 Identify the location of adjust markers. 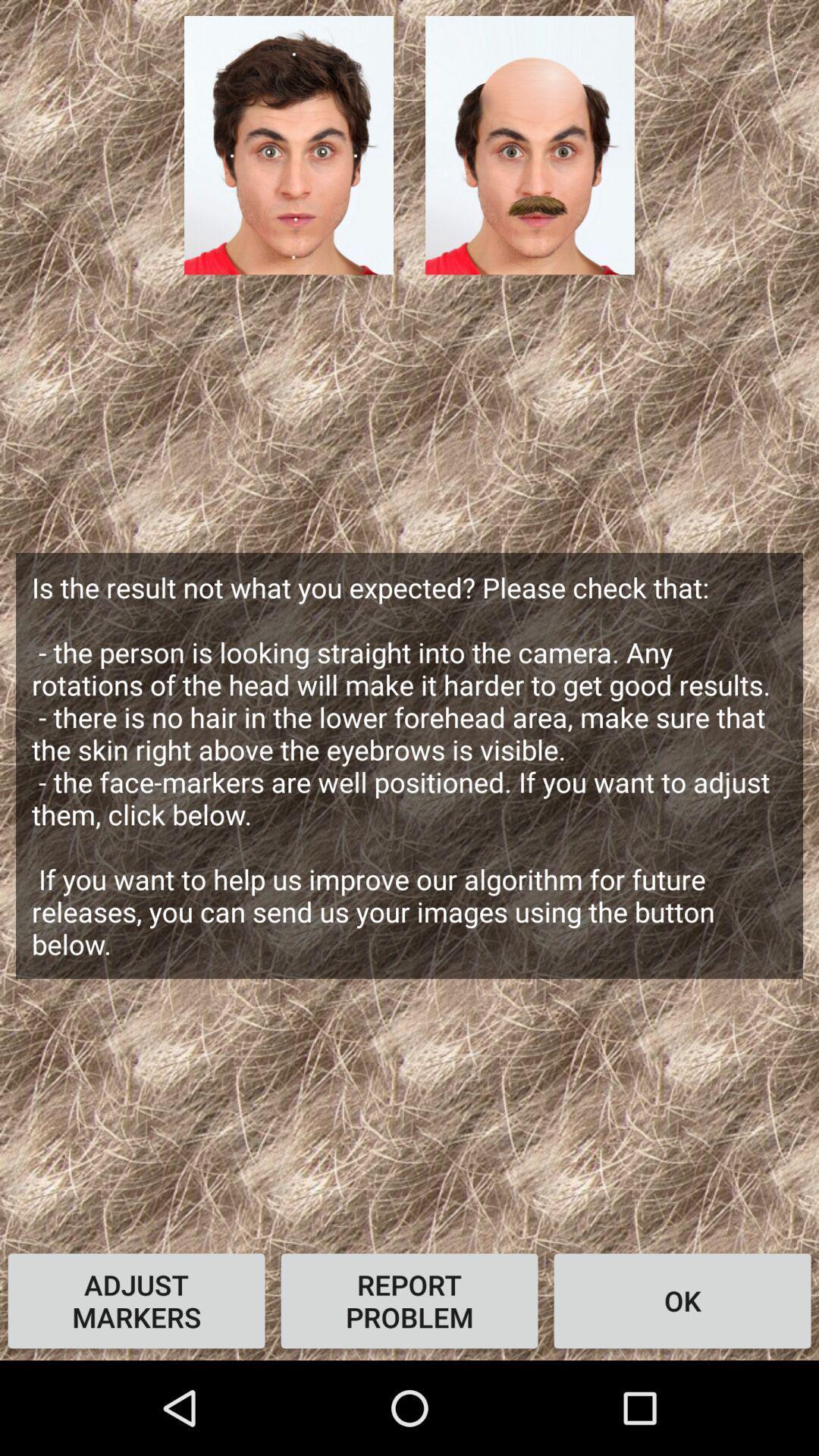
(136, 1300).